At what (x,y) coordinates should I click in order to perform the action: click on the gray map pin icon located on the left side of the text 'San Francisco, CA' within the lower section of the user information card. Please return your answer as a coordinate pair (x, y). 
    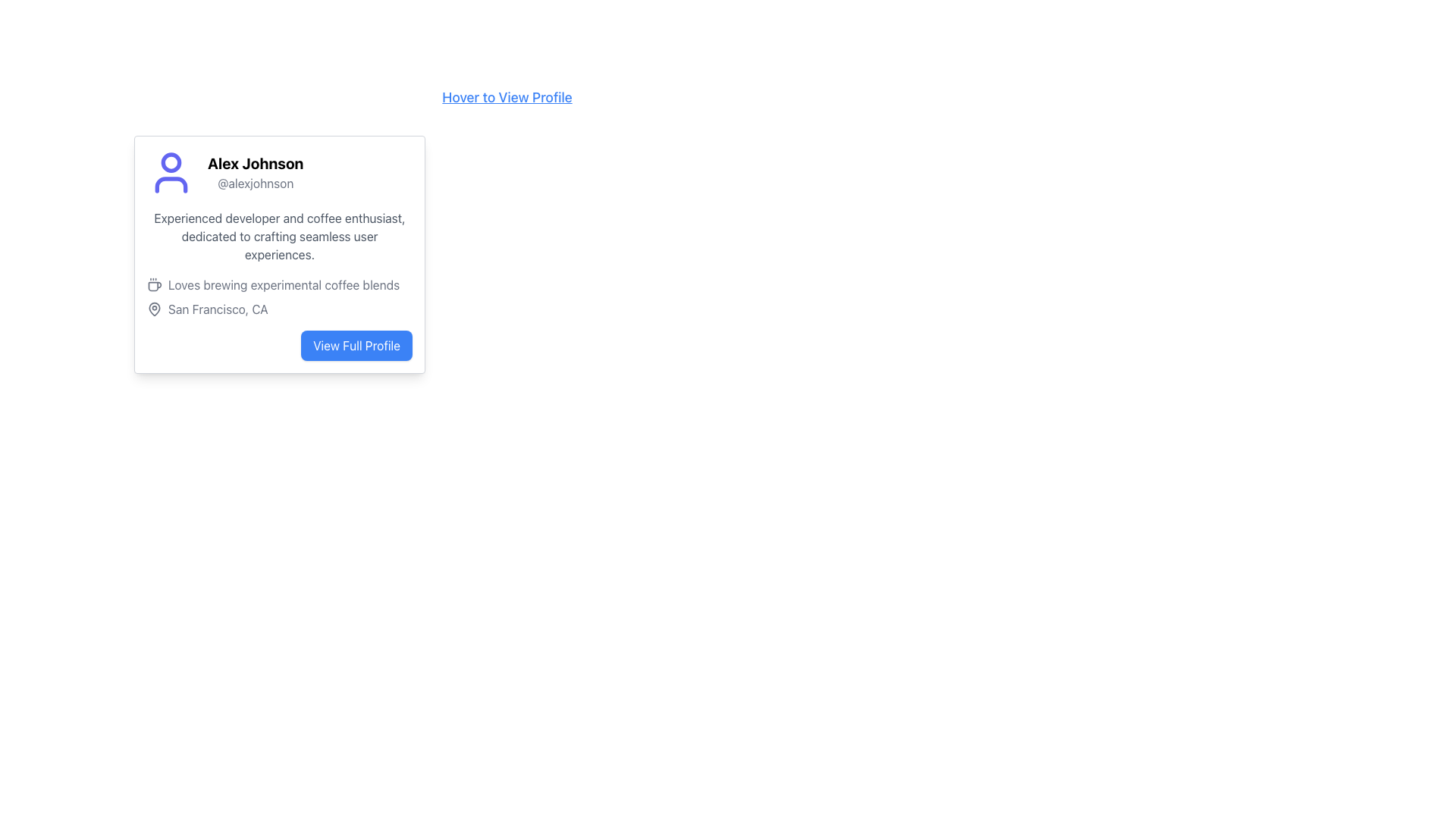
    Looking at the image, I should click on (154, 309).